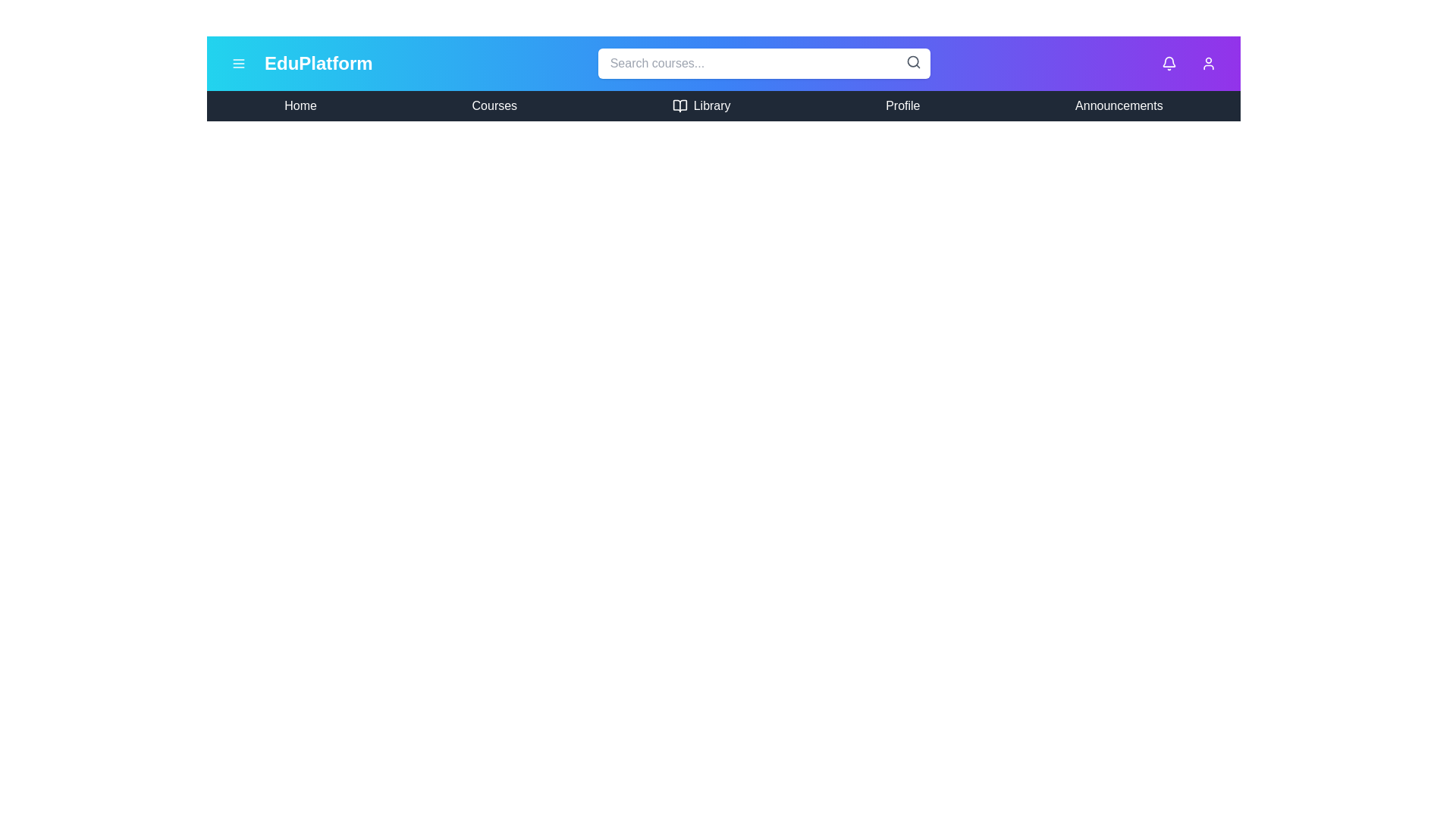  I want to click on the bell icon to access notifications, so click(1168, 63).